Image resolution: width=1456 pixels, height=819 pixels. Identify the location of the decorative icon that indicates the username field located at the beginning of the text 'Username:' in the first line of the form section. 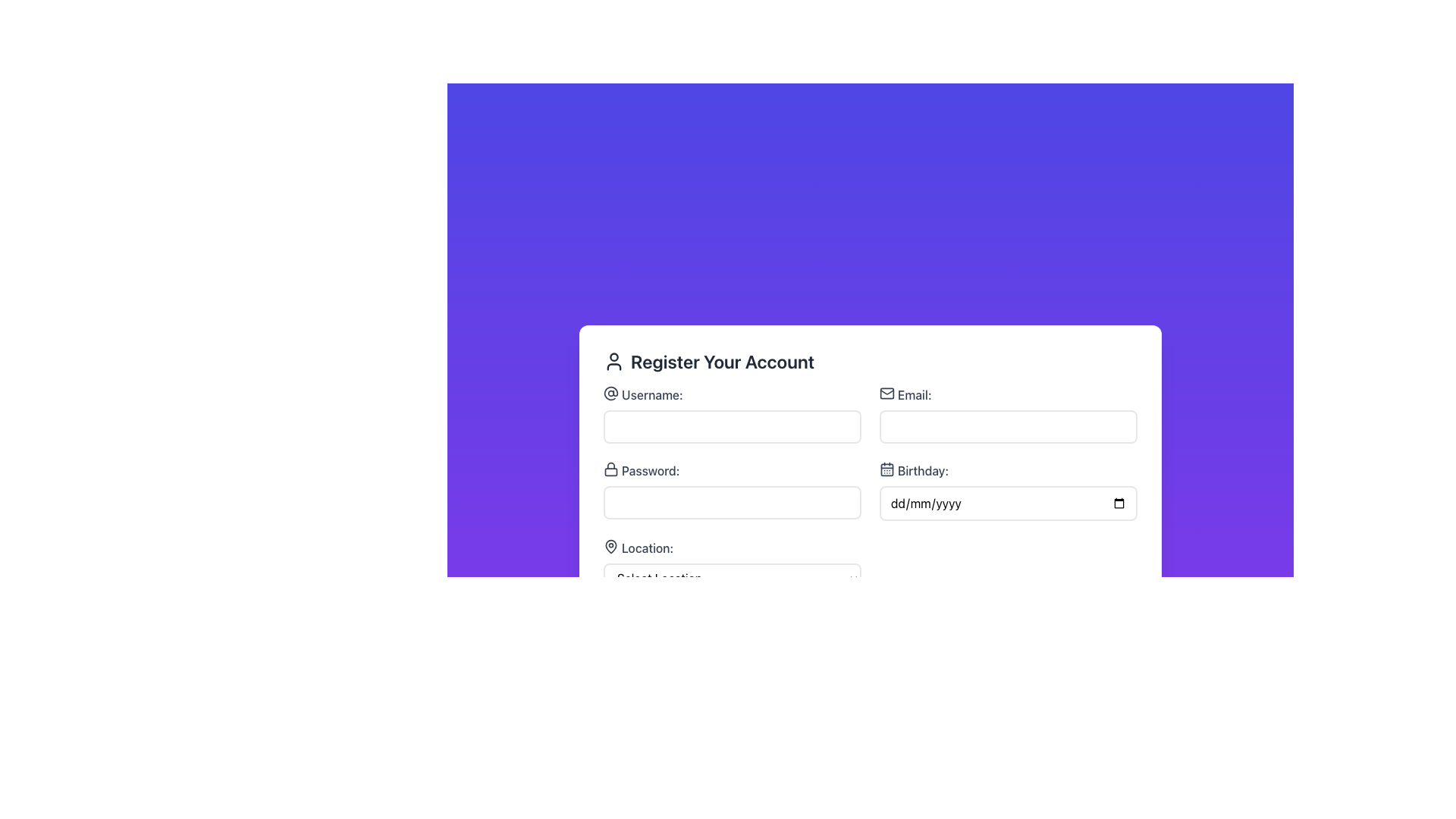
(611, 393).